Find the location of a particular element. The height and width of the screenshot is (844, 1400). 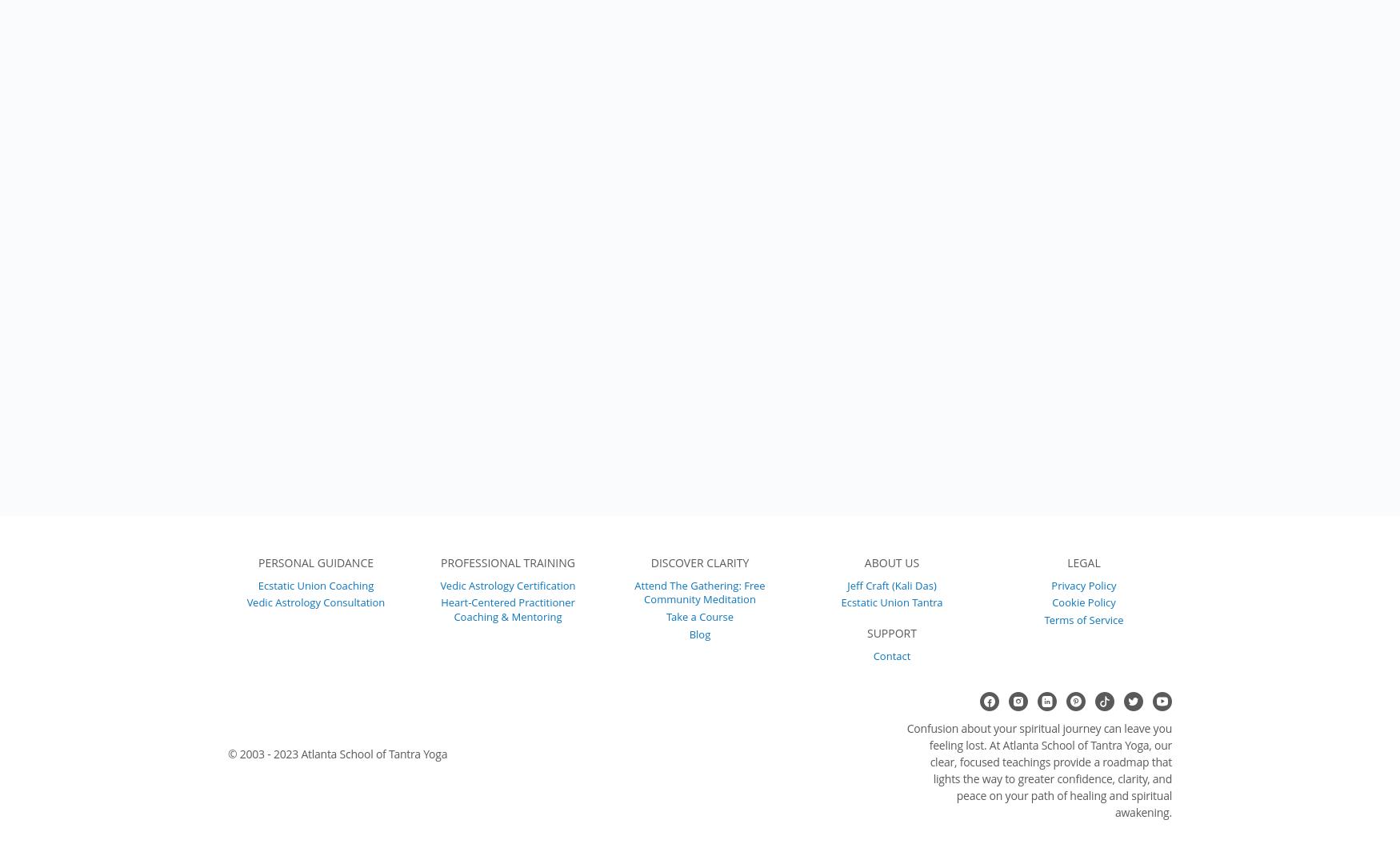

'Vedic Astrology Certification' is located at coordinates (506, 585).